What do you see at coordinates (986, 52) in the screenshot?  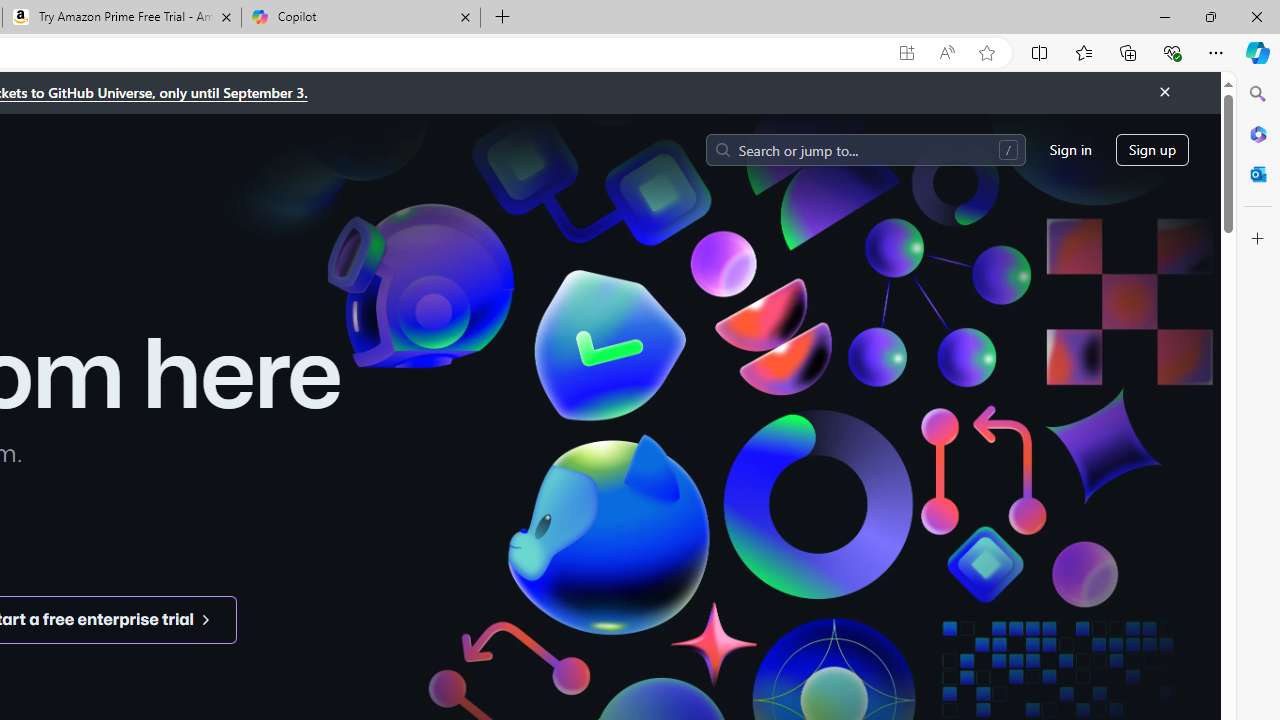 I see `'Add this page to favorites (Ctrl+D)'` at bounding box center [986, 52].